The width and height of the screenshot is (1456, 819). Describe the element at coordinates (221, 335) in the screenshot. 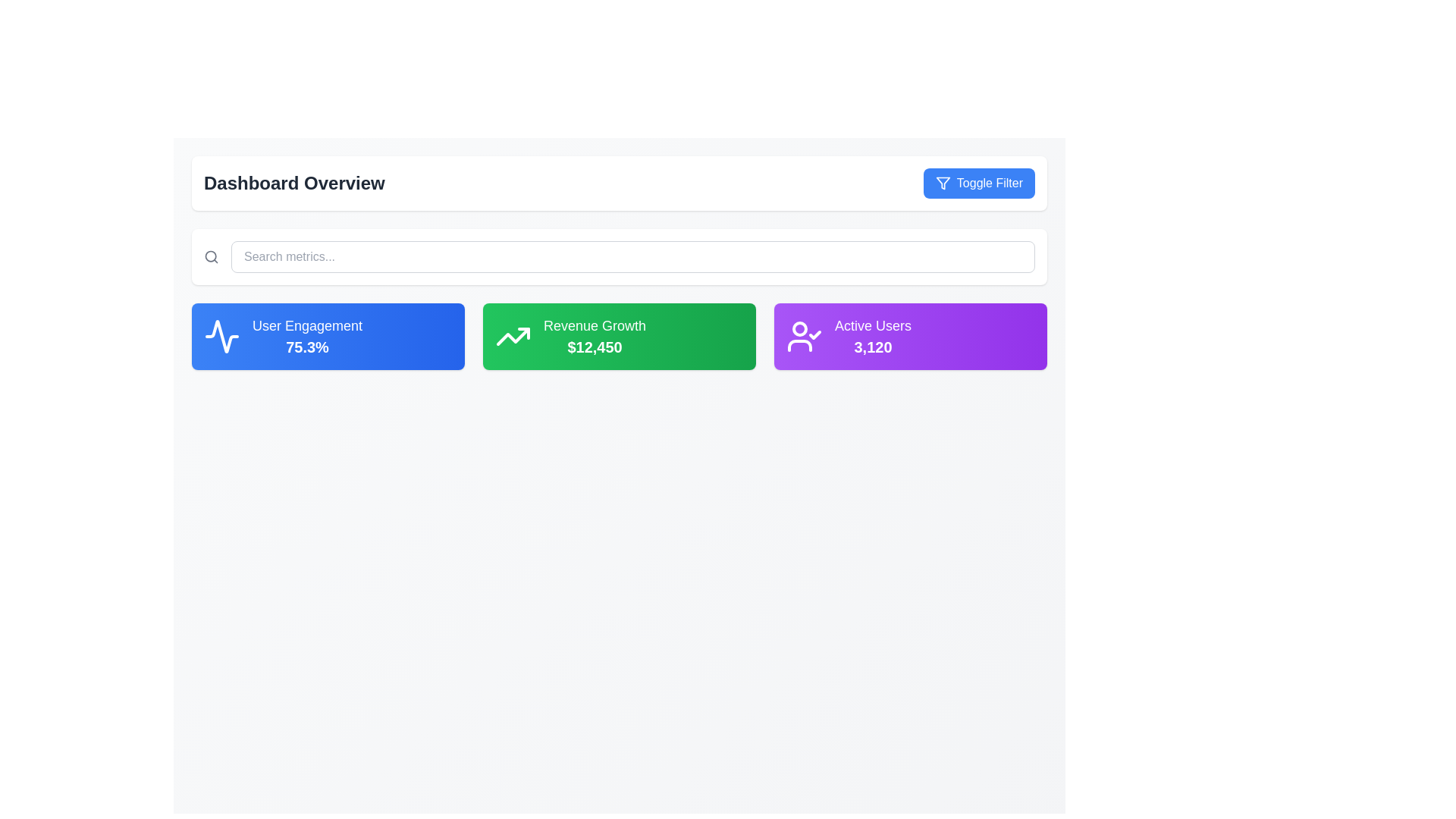

I see `the SVG graphic (line graph icon) within the blue rectangle labeled 'User Engagement 75.3%'` at that location.